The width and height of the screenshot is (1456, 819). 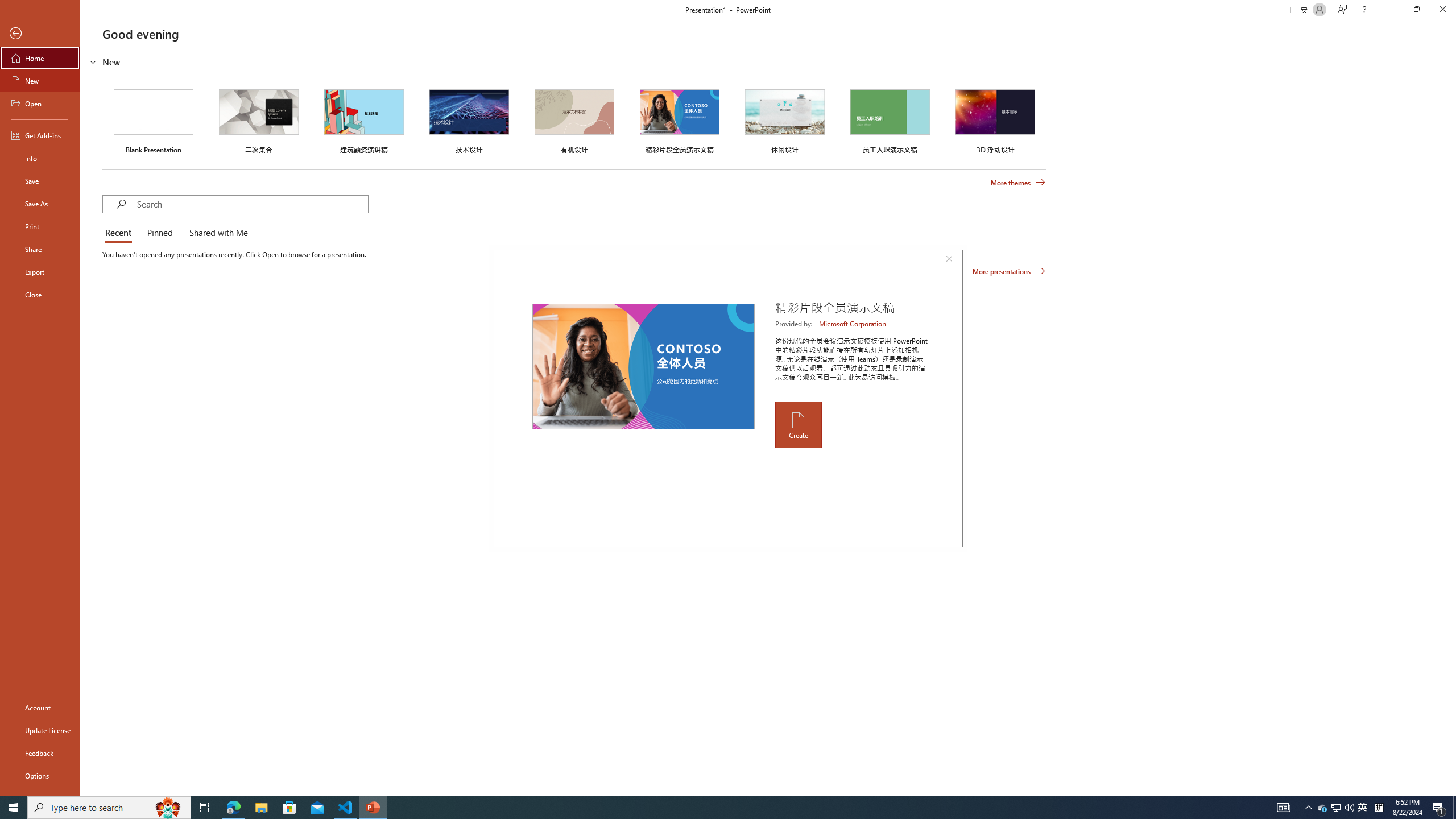 What do you see at coordinates (39, 272) in the screenshot?
I see `'Export'` at bounding box center [39, 272].